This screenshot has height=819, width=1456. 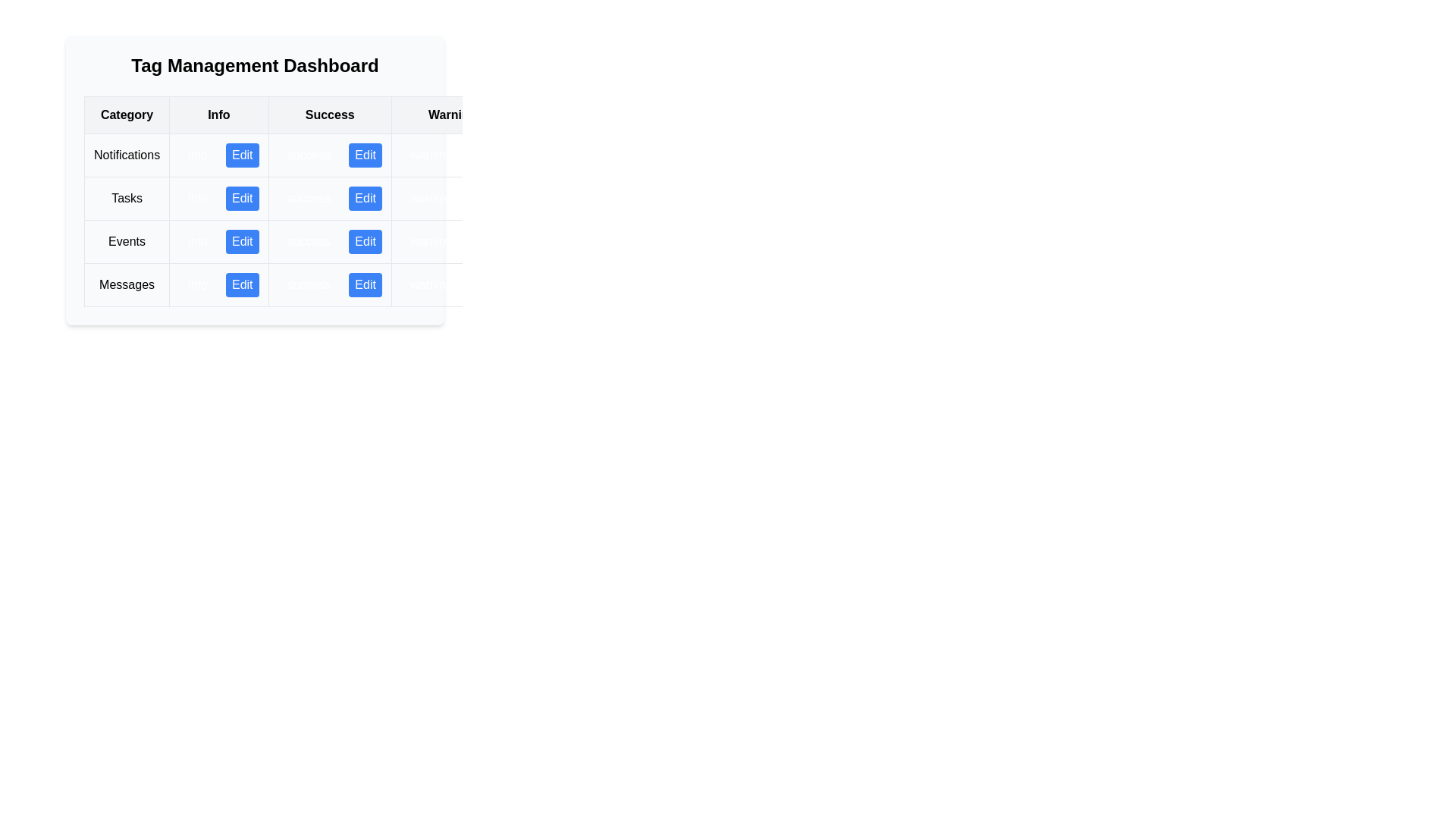 What do you see at coordinates (218, 241) in the screenshot?
I see `the 'info' badge in the 'Events' row of the table` at bounding box center [218, 241].